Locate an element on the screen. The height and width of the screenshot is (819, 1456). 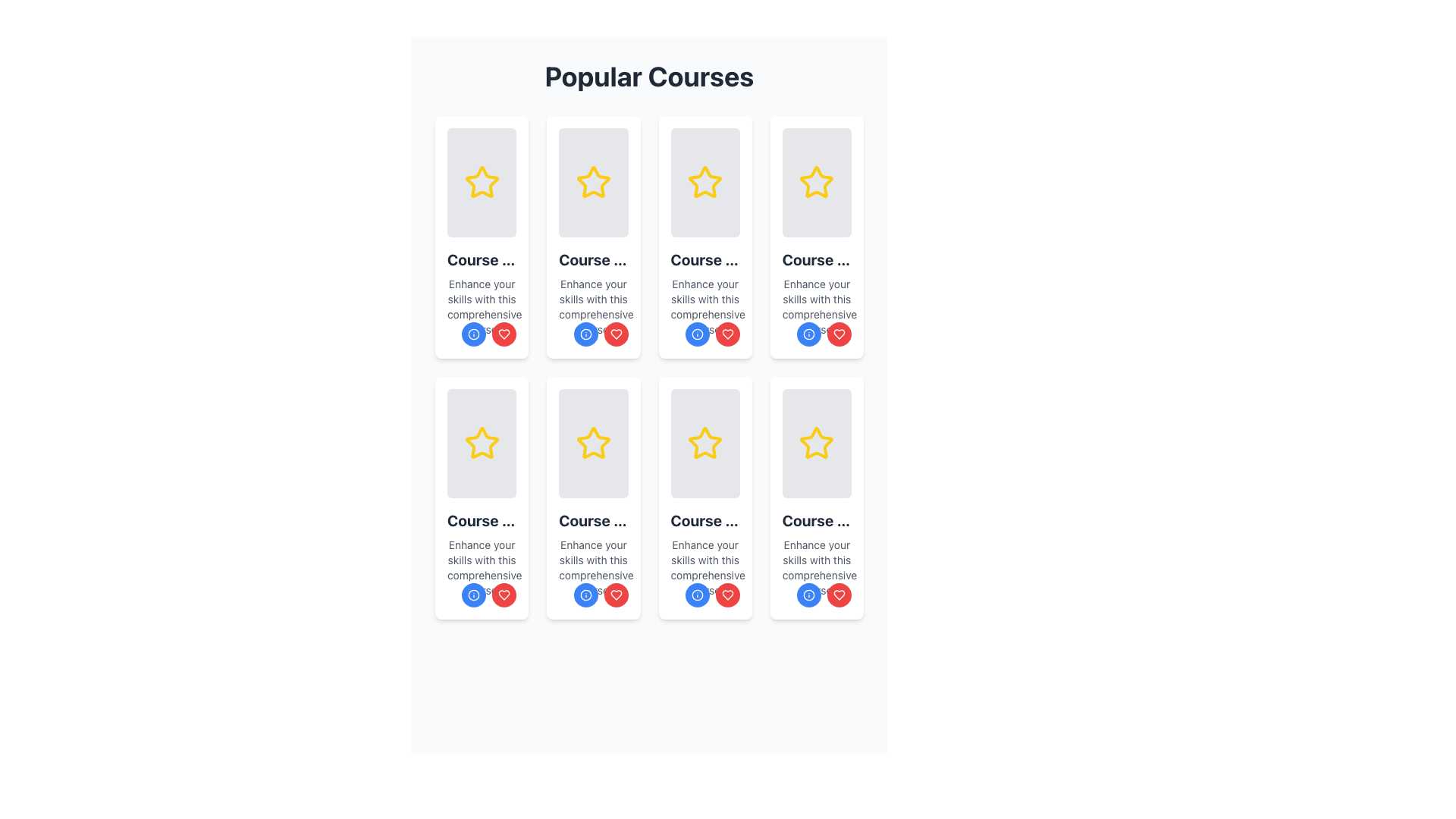
the blue circular button with an 'i' icon located in the button group at the bottom right corner of the card titled 'Course Title 2' is located at coordinates (600, 333).